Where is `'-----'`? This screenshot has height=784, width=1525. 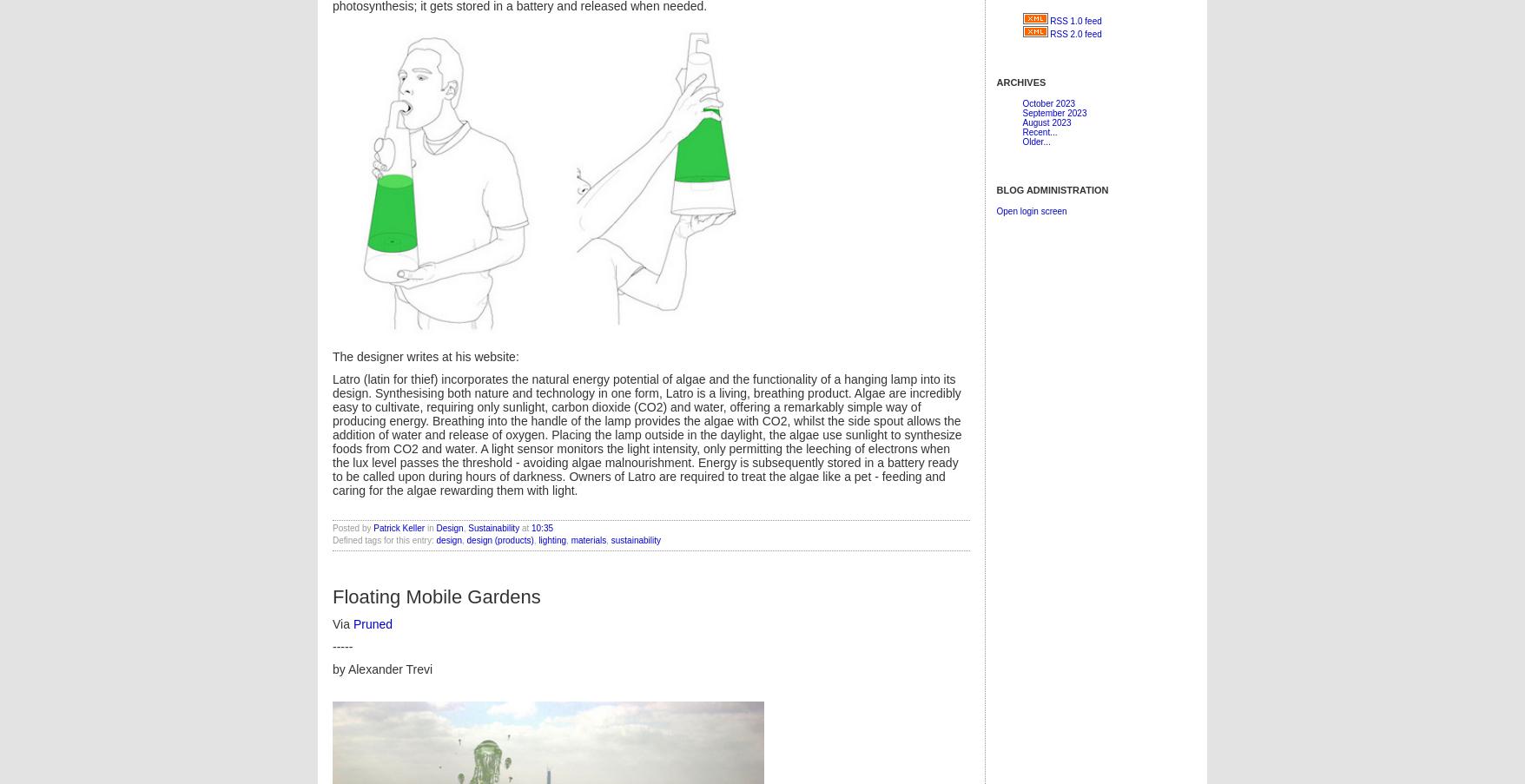 '-----' is located at coordinates (341, 645).